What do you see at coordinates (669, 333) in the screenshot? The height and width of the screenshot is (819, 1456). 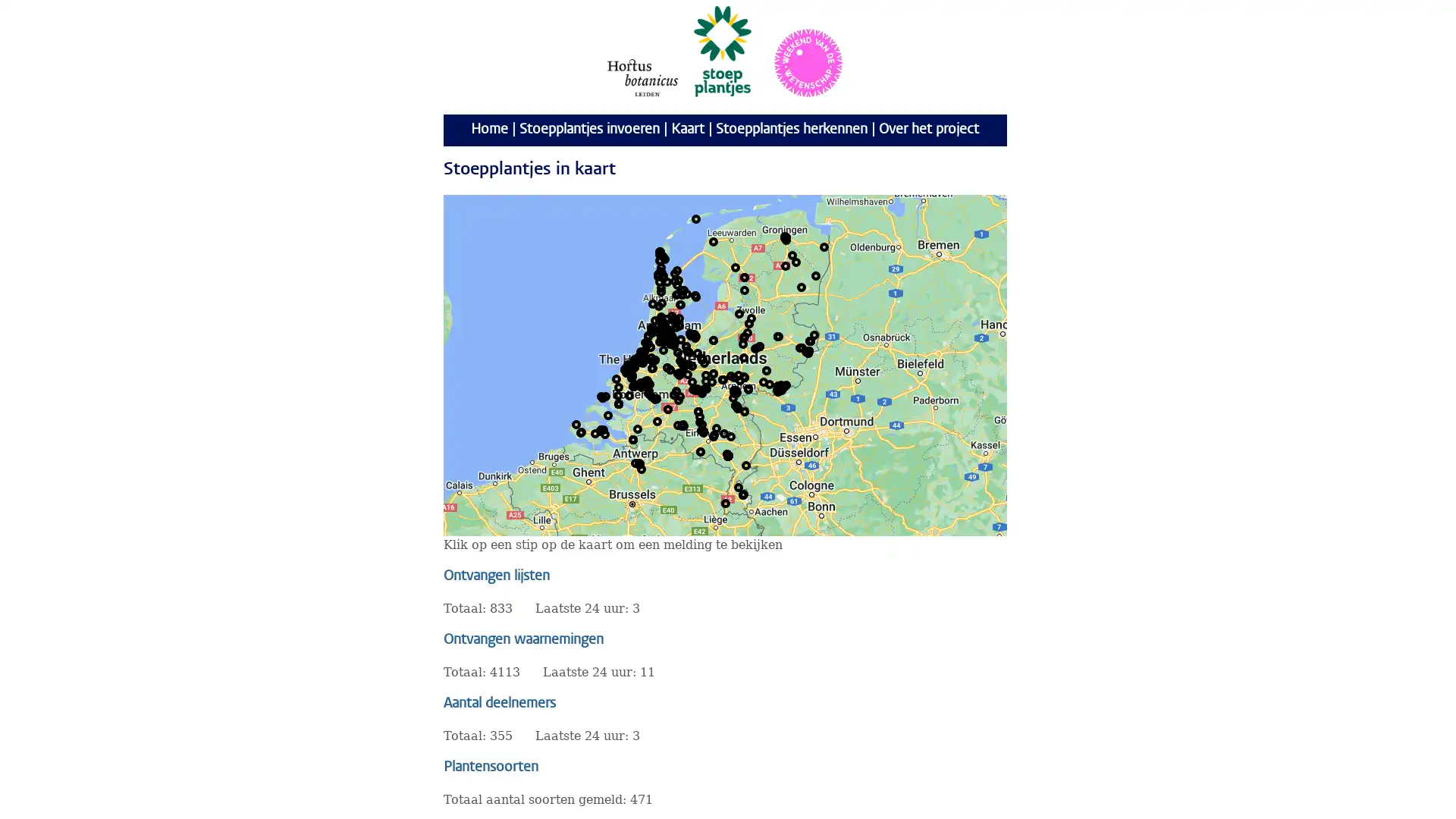 I see `Telling van Willem op 14 april 2022` at bounding box center [669, 333].